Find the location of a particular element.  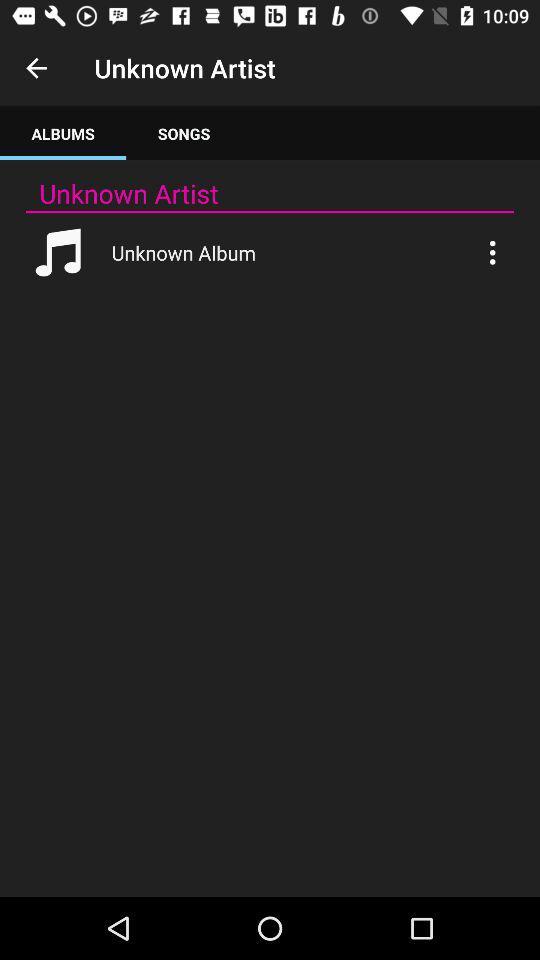

app below unknown artist icon is located at coordinates (270, 212).